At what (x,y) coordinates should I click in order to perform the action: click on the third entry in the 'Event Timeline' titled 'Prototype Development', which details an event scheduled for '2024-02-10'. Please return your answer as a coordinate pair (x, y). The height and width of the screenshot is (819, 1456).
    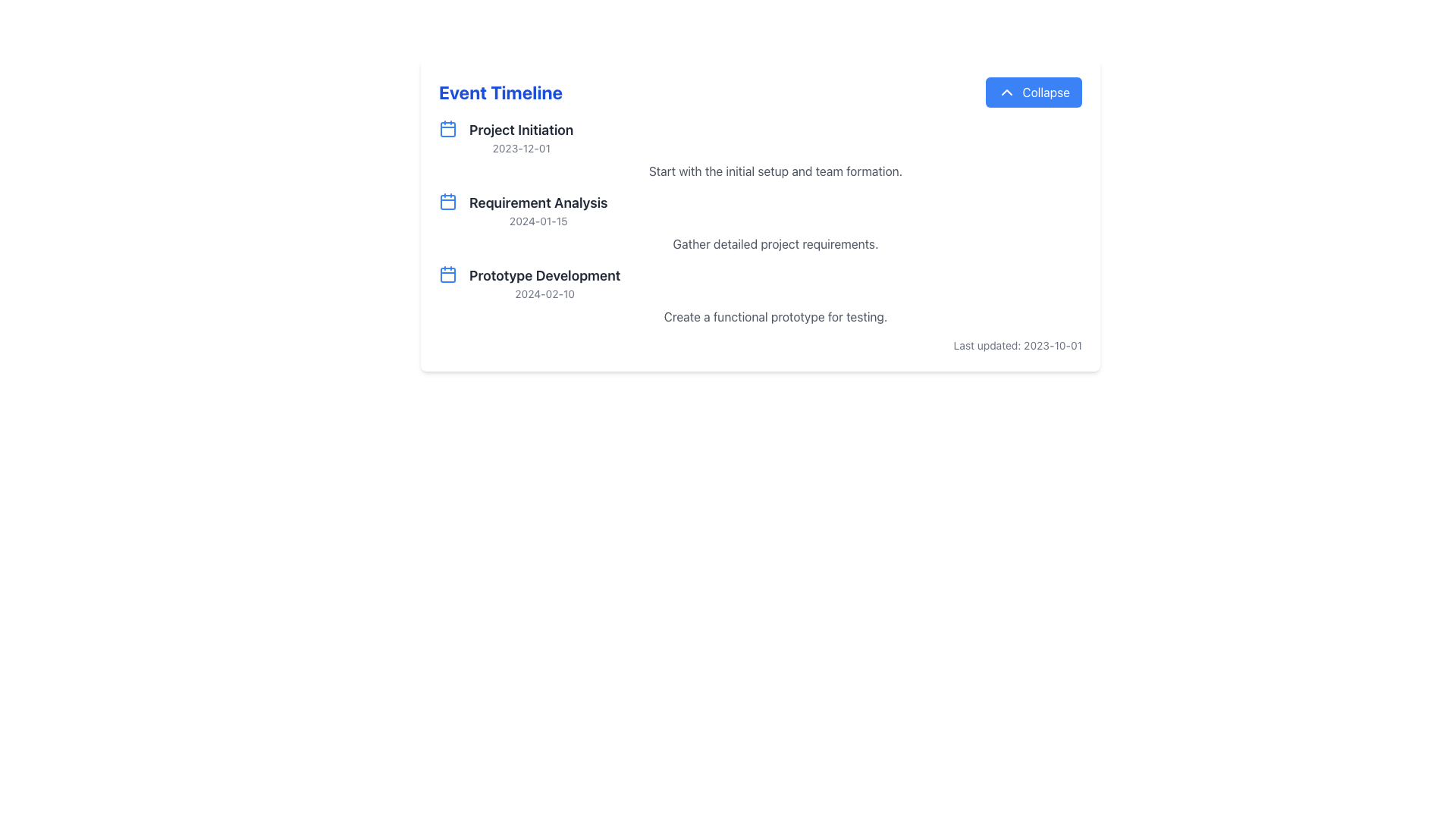
    Looking at the image, I should click on (544, 284).